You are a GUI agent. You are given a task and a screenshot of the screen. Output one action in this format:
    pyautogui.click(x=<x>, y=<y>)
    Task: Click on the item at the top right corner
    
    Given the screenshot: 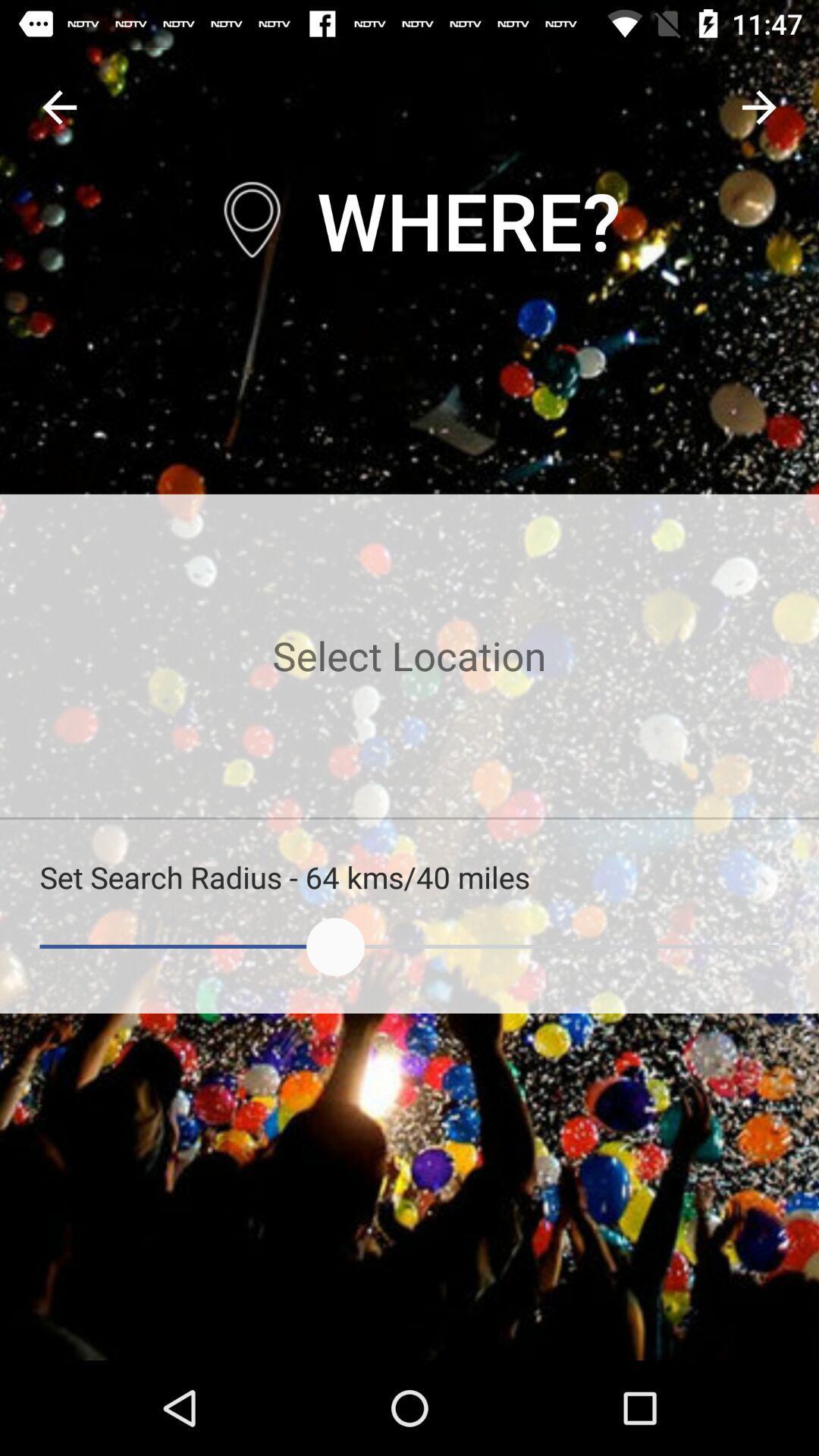 What is the action you would take?
    pyautogui.click(x=759, y=106)
    